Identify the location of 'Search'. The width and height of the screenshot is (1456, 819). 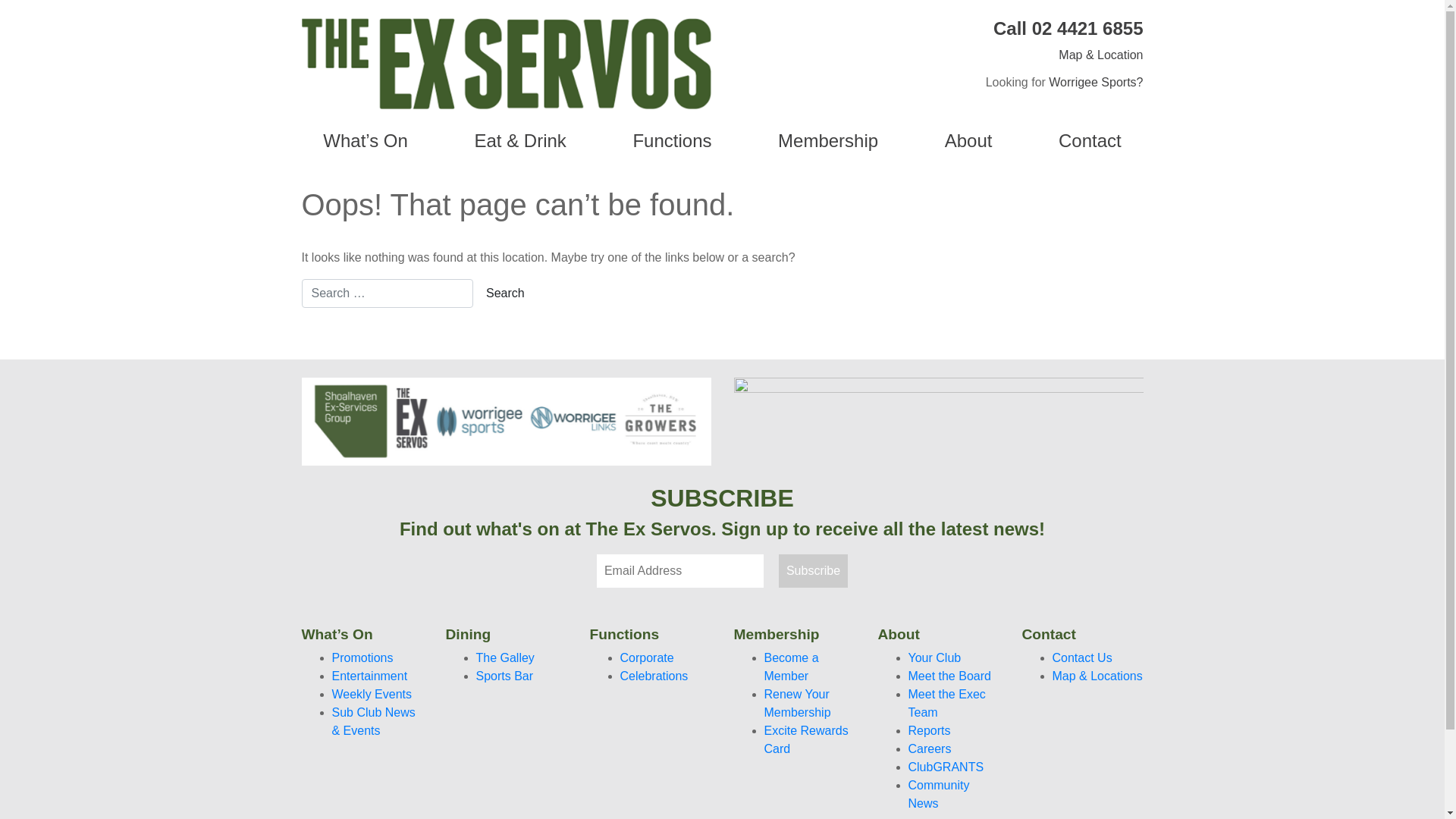
(505, 293).